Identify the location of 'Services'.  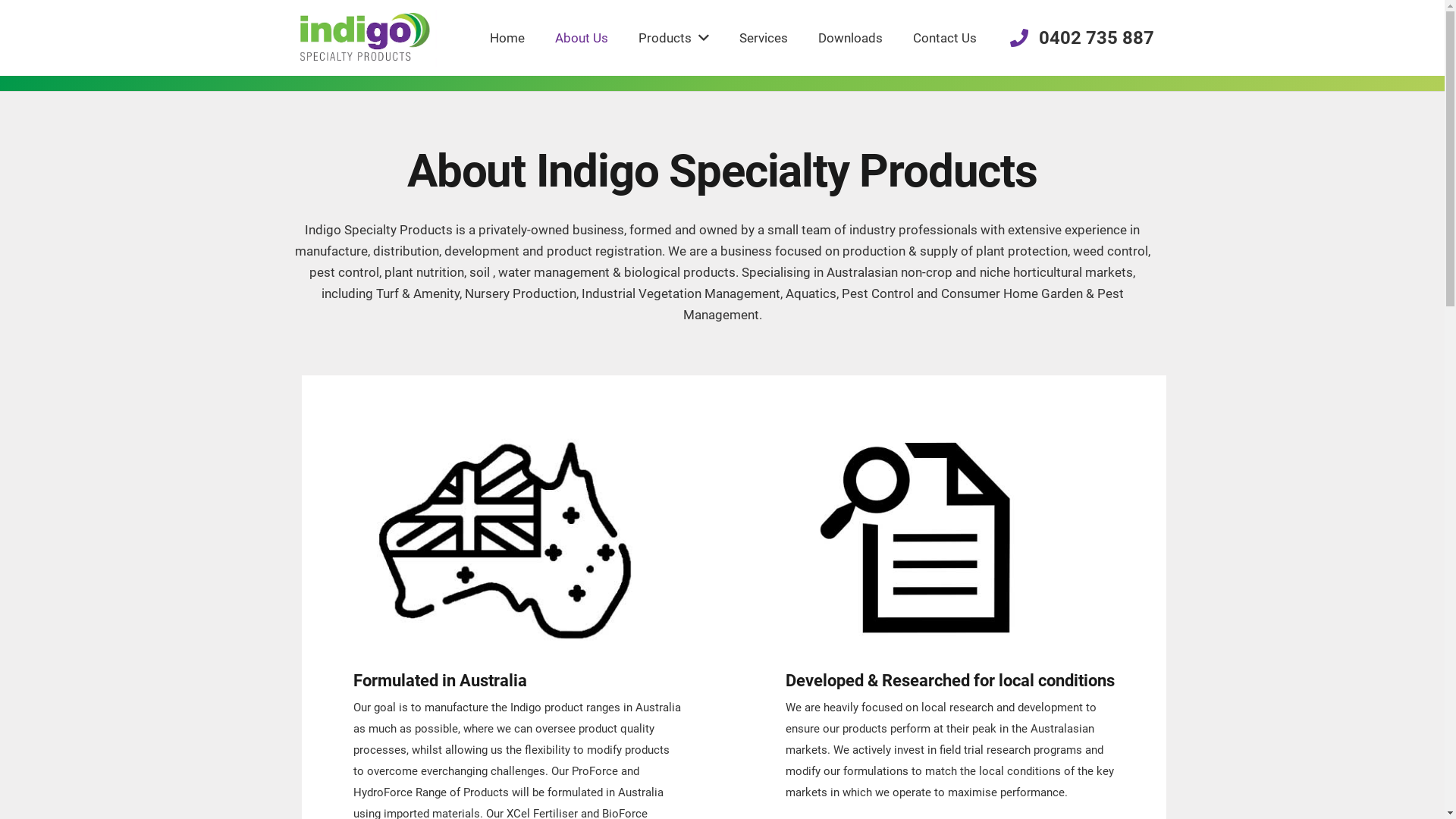
(764, 37).